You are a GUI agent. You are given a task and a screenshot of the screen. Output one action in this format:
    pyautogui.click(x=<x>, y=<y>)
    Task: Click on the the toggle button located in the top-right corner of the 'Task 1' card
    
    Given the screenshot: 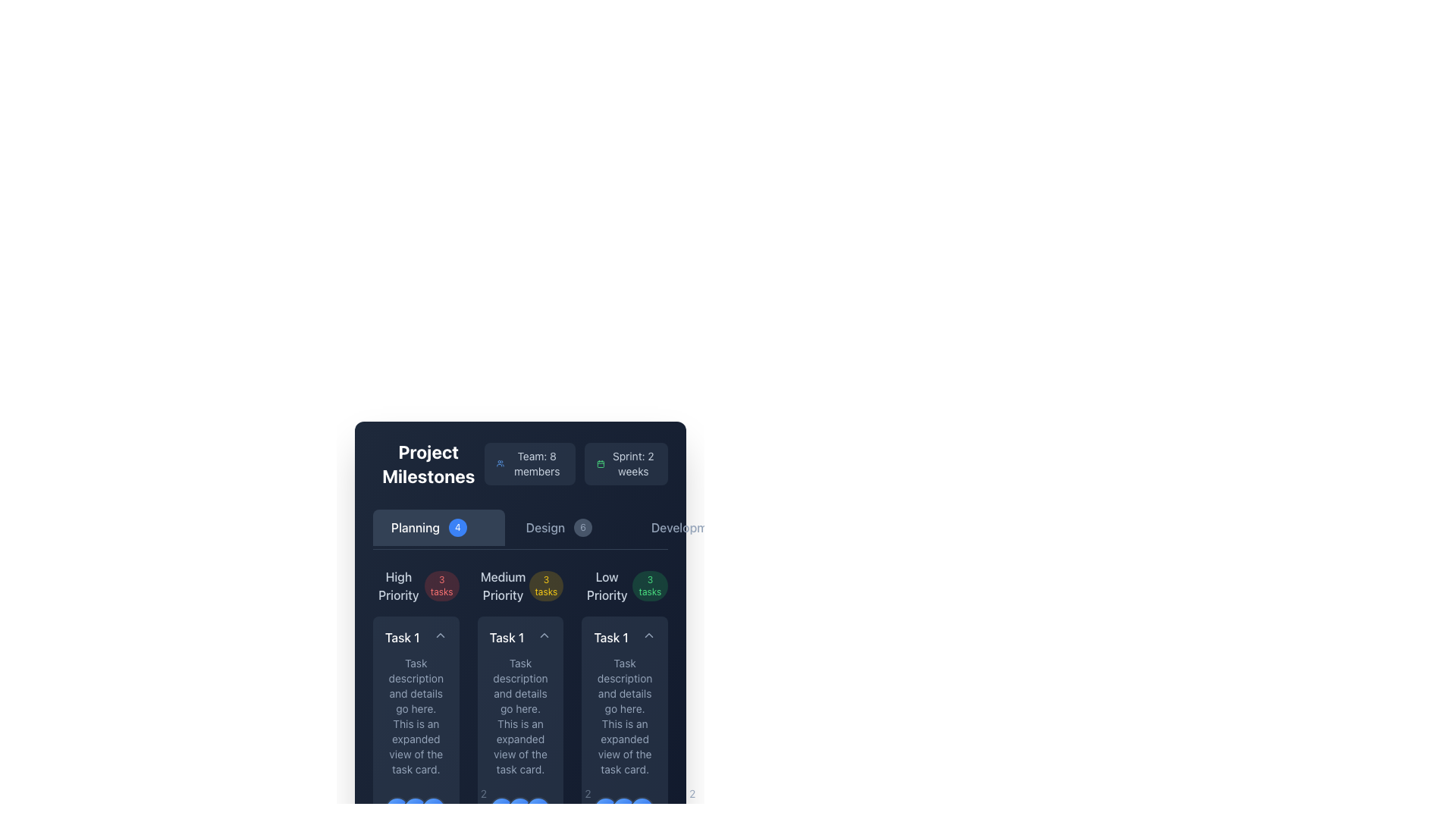 What is the action you would take?
    pyautogui.click(x=439, y=635)
    